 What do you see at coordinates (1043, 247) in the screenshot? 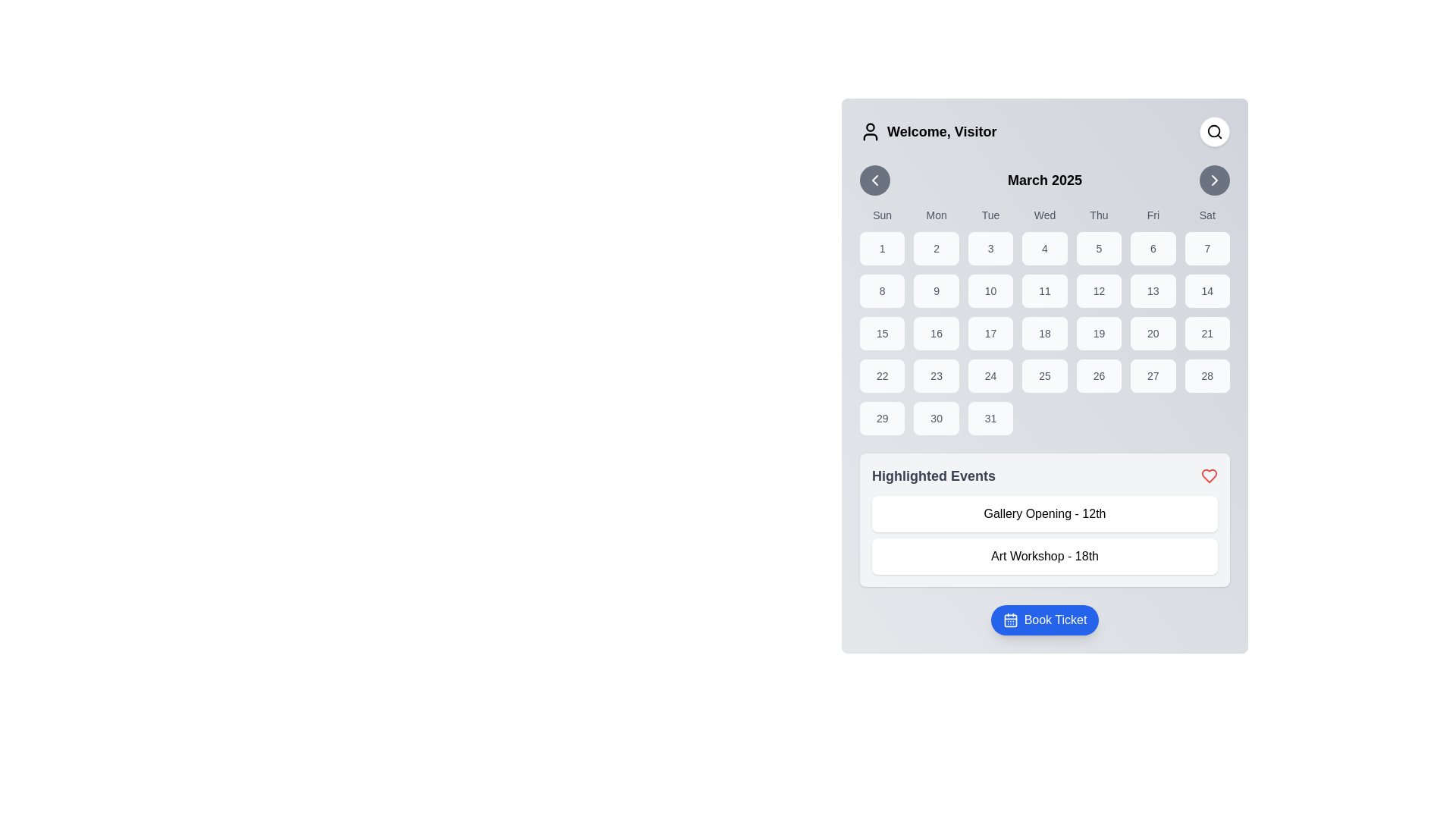
I see `the calendar day cell representing the date '4' in March 2025` at bounding box center [1043, 247].